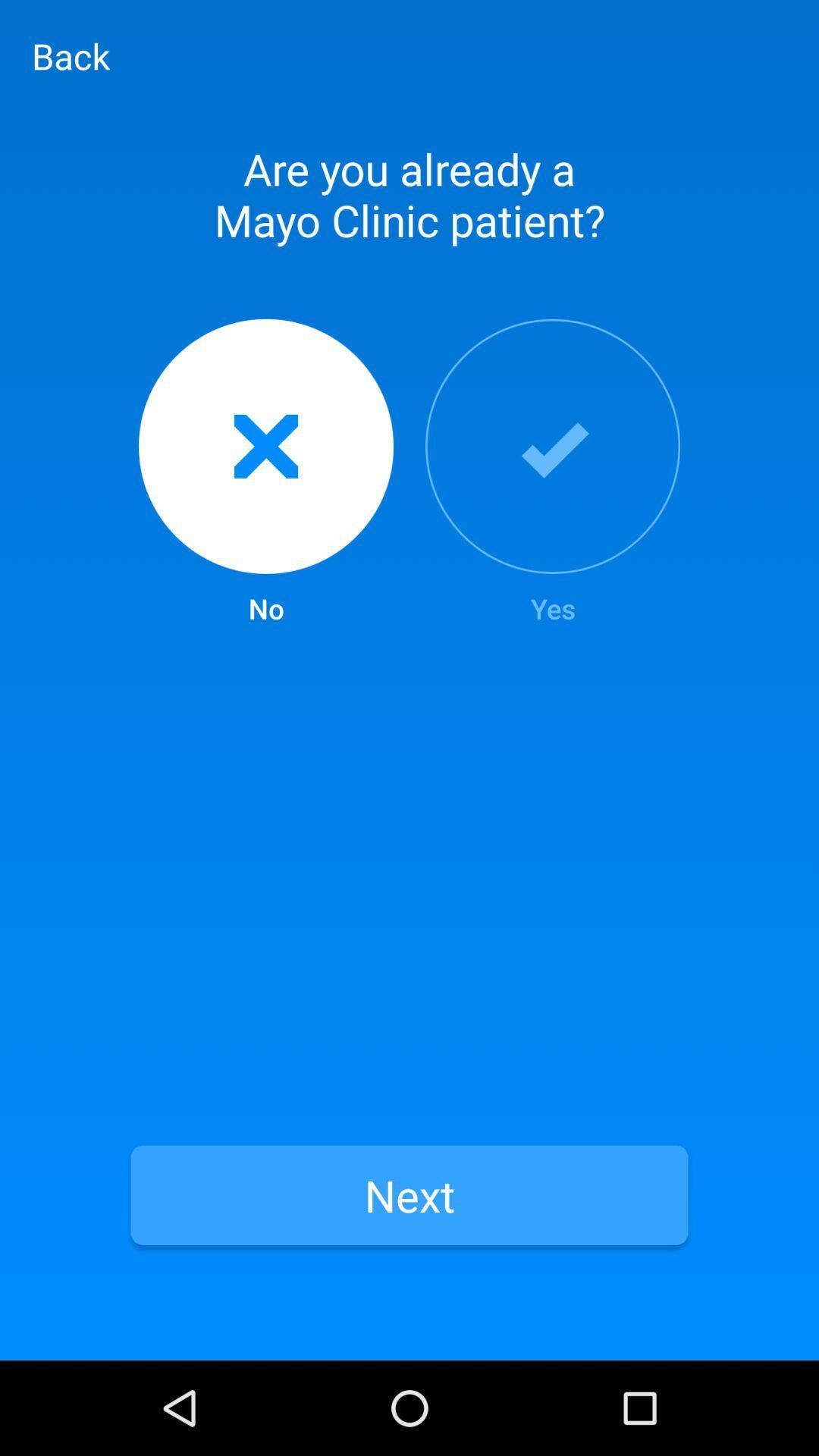 Image resolution: width=819 pixels, height=1456 pixels. I want to click on the item above next, so click(265, 472).